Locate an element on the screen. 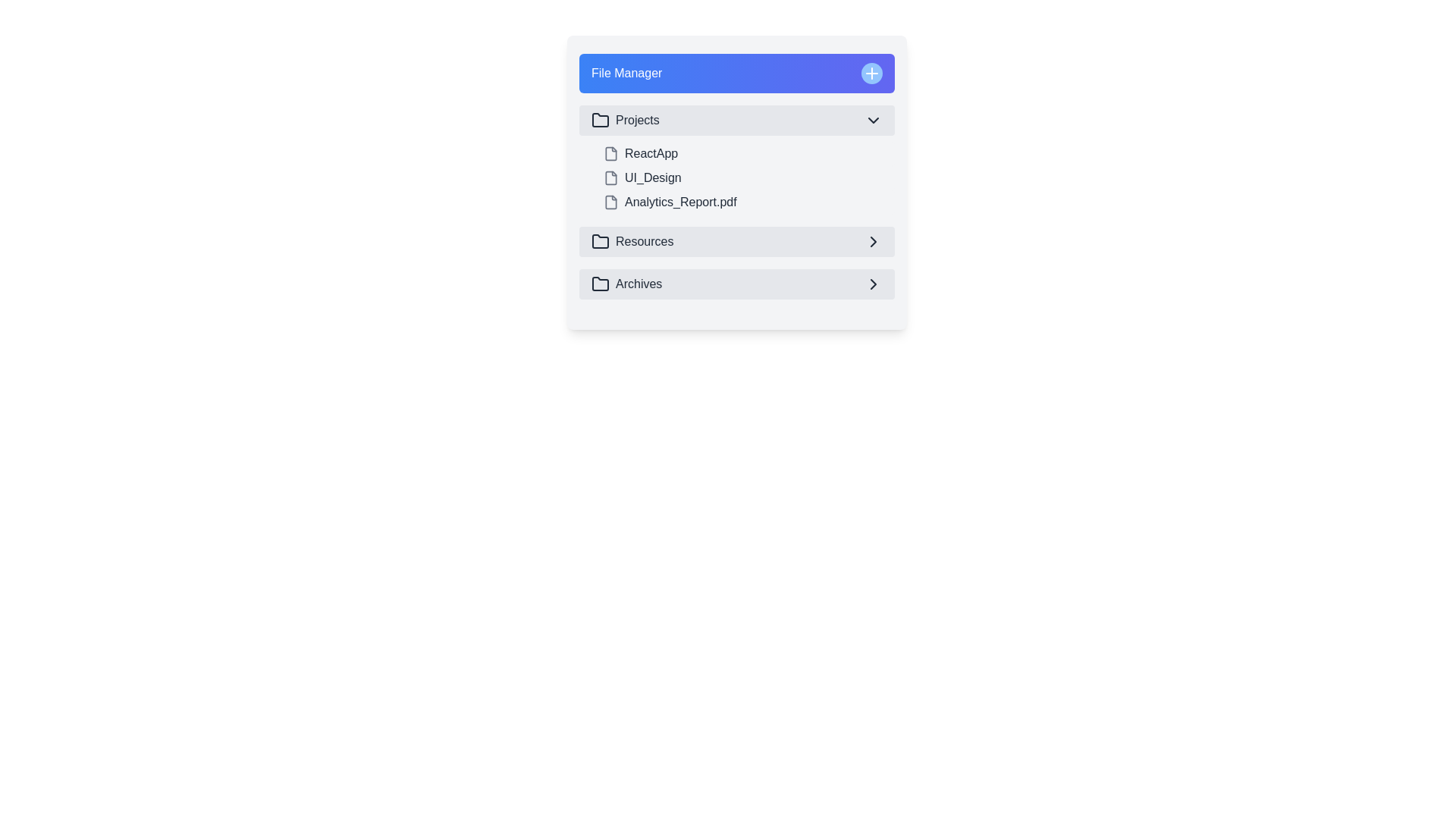 This screenshot has width=1456, height=819. the 'UI_Design' file entry in the 'Projects' section of the file manager is located at coordinates (652, 177).